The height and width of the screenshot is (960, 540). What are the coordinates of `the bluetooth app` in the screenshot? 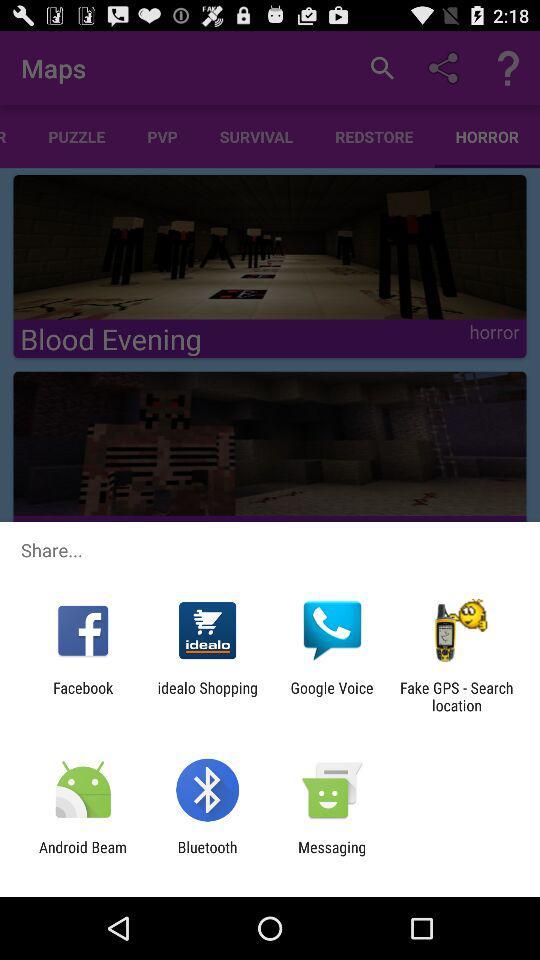 It's located at (206, 855).